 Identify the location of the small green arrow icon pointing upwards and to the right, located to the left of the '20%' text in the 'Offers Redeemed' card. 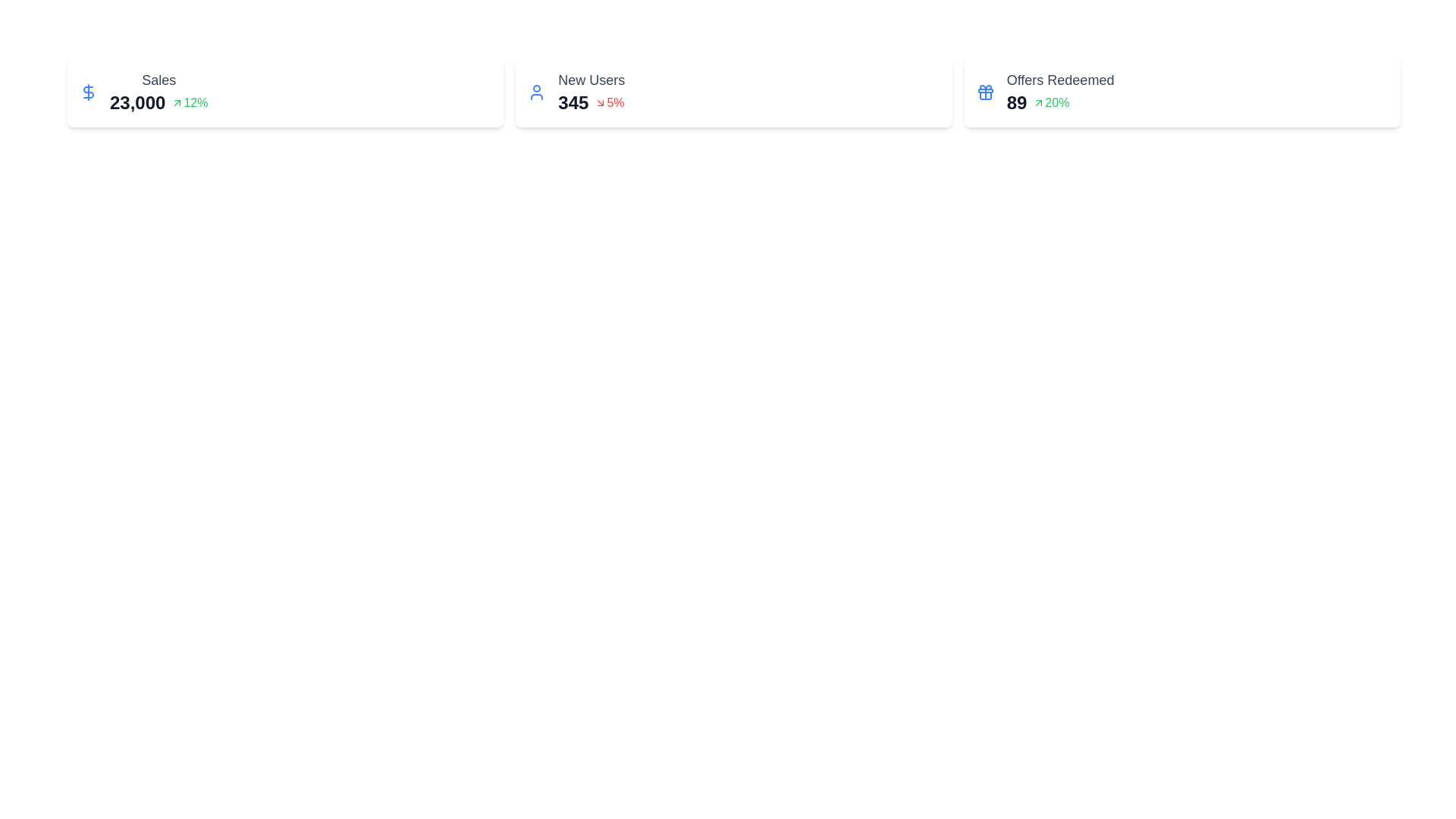
(1038, 102).